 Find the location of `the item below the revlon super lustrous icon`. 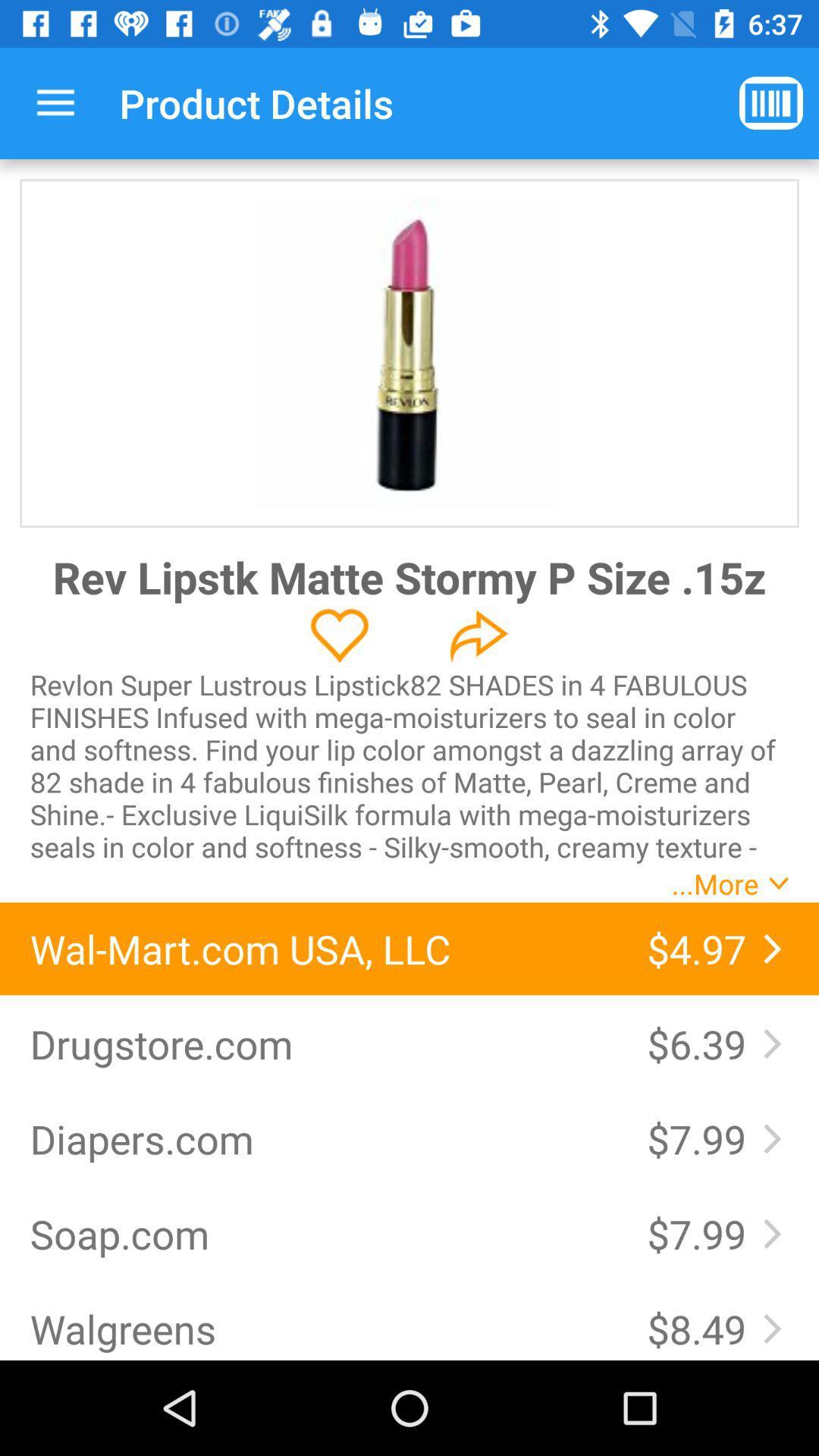

the item below the revlon super lustrous icon is located at coordinates (322, 948).